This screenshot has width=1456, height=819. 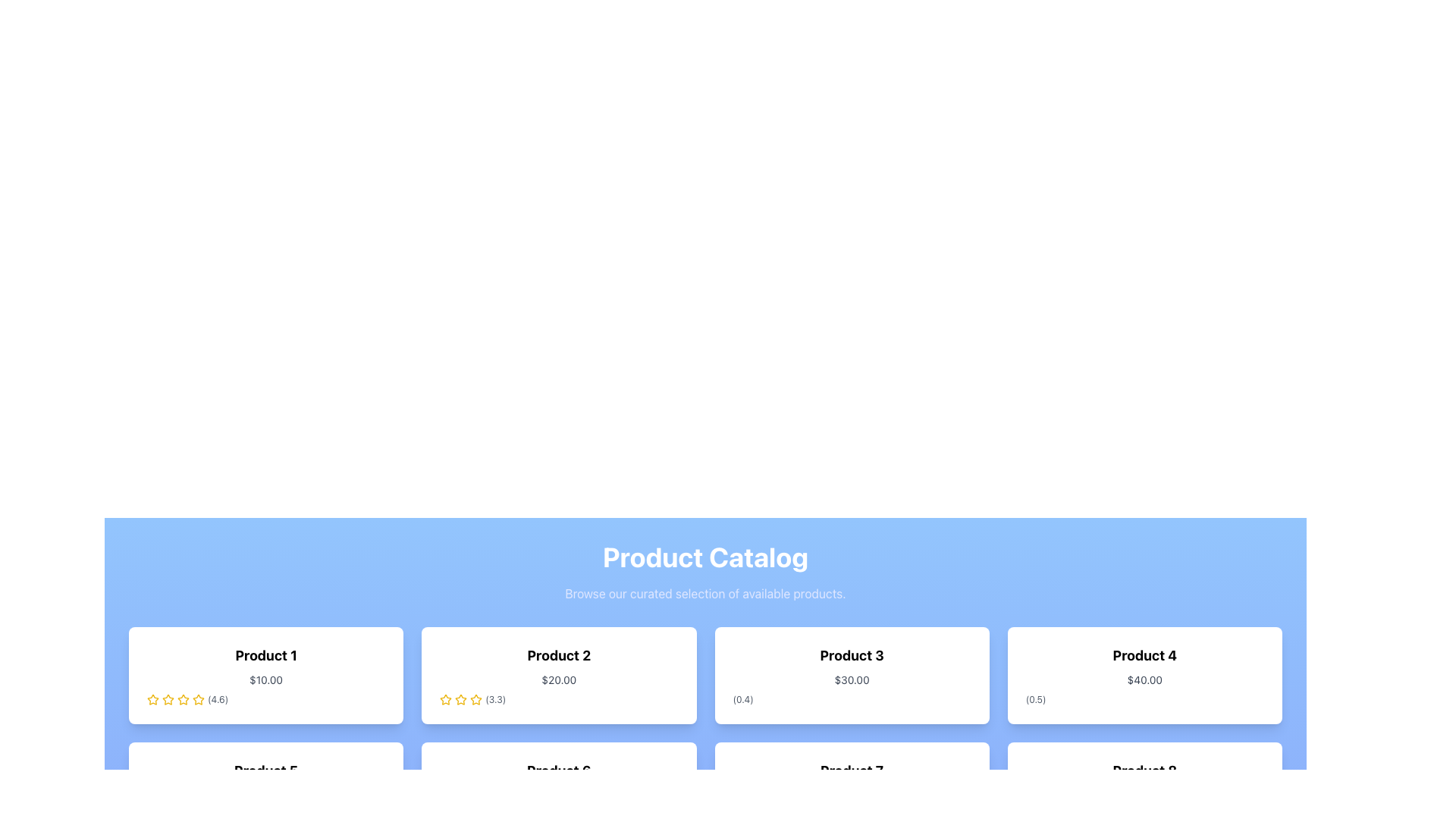 What do you see at coordinates (182, 699) in the screenshot?
I see `the fifth star icon` at bounding box center [182, 699].